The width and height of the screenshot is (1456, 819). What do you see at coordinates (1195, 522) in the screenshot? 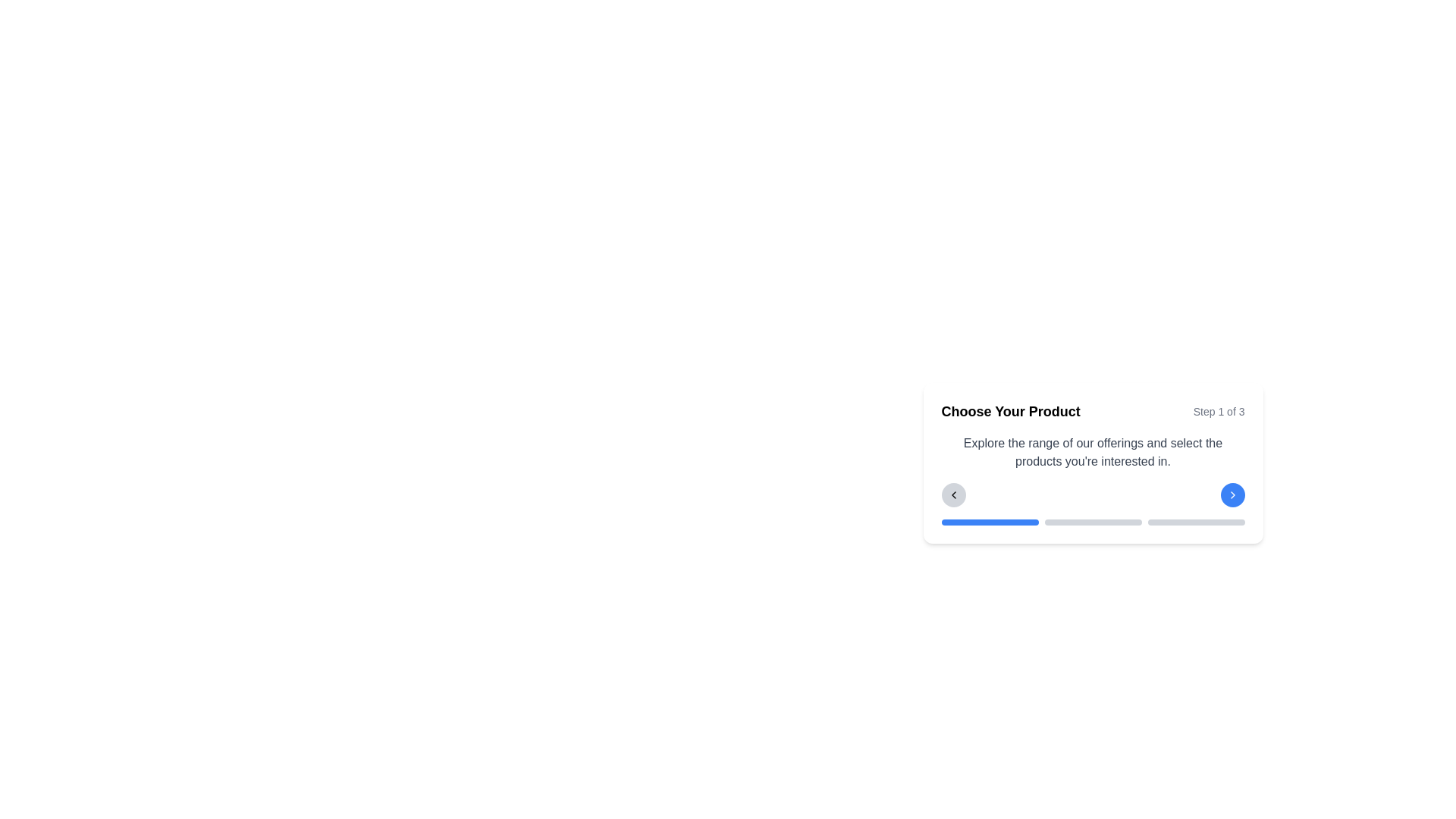
I see `the third progress indicator segment, which is a light gray rectangular bar with rounded ends located below the text 'Choose Your Product'` at bounding box center [1195, 522].